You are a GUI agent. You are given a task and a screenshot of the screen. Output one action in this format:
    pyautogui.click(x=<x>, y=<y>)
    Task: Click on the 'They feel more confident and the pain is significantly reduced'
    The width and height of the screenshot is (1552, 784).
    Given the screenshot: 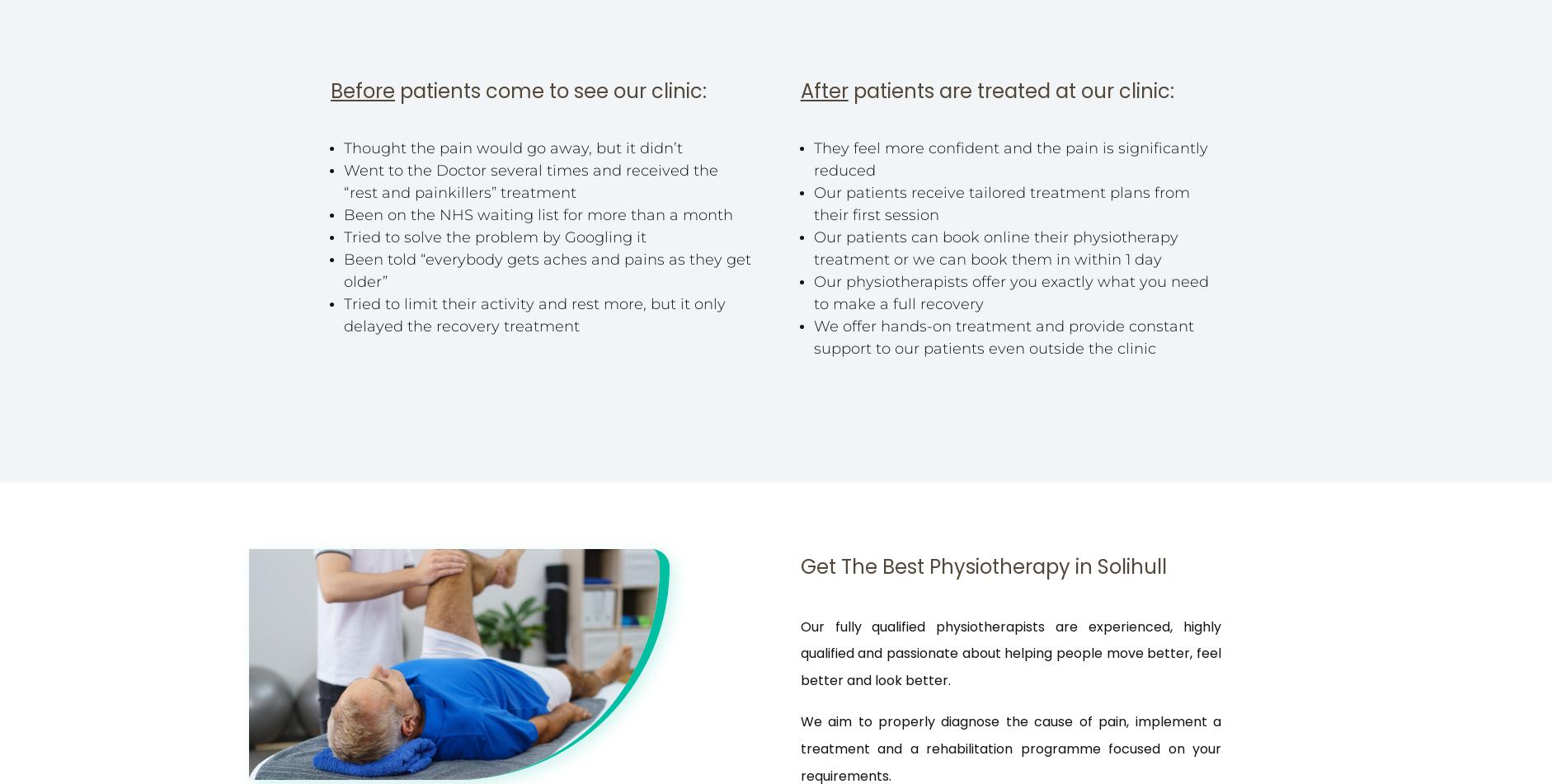 What is the action you would take?
    pyautogui.click(x=1009, y=159)
    